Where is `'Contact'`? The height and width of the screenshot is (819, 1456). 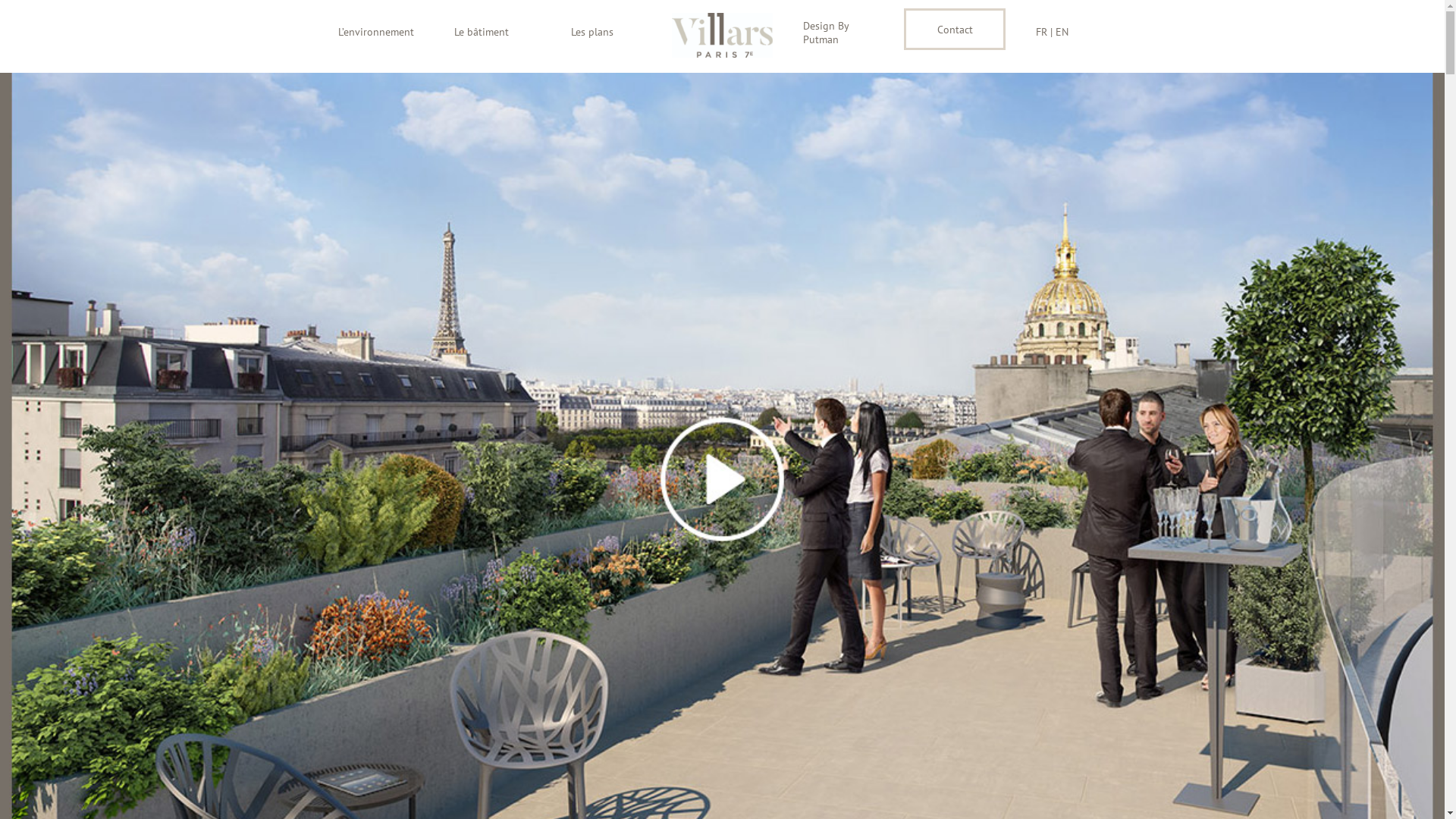
'Contact' is located at coordinates (903, 29).